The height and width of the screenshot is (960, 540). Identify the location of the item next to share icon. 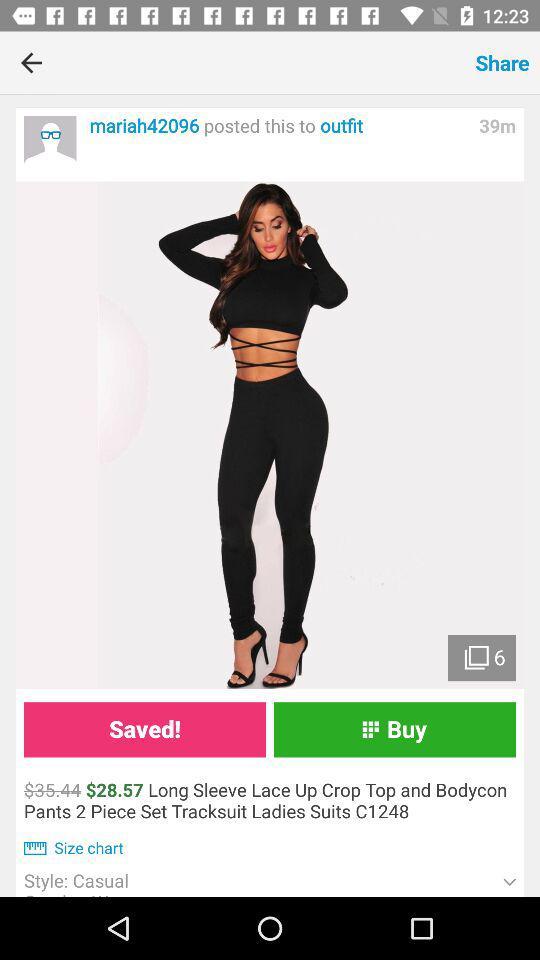
(264, 62).